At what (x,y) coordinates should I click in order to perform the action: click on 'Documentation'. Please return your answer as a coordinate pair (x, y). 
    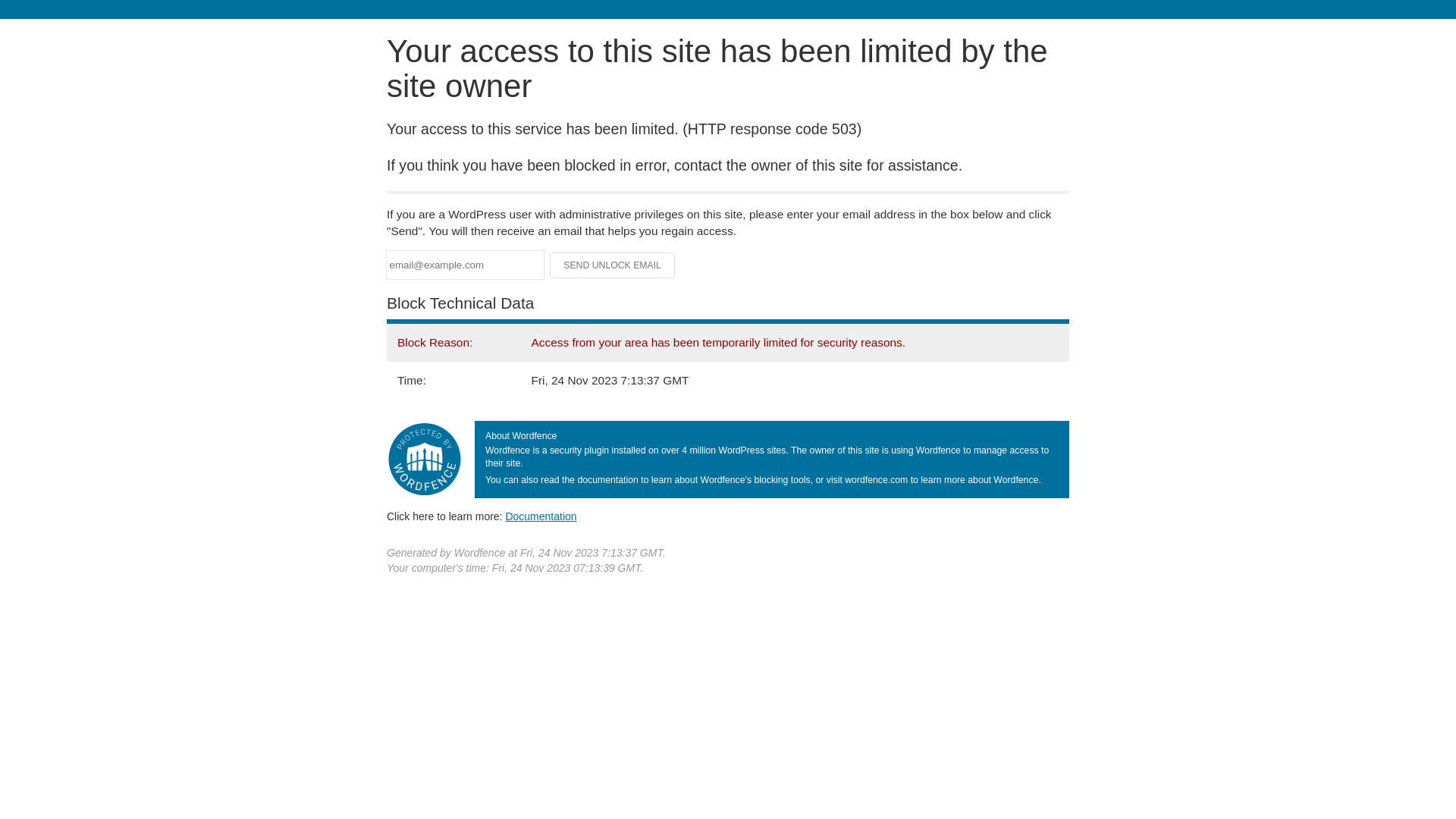
    Looking at the image, I should click on (505, 516).